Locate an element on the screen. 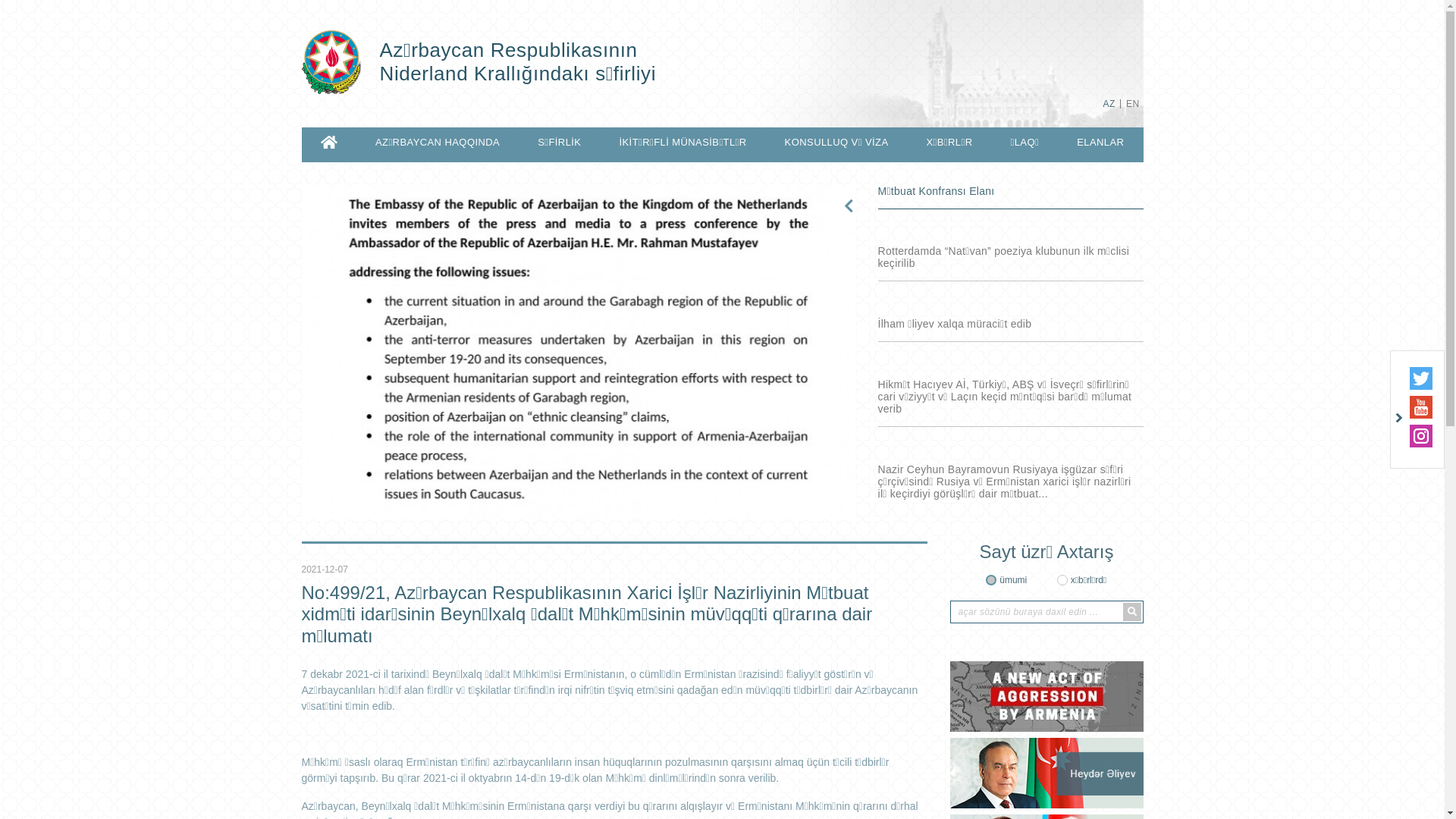 The width and height of the screenshot is (1456, 819). 'ELANLAR' is located at coordinates (1100, 143).